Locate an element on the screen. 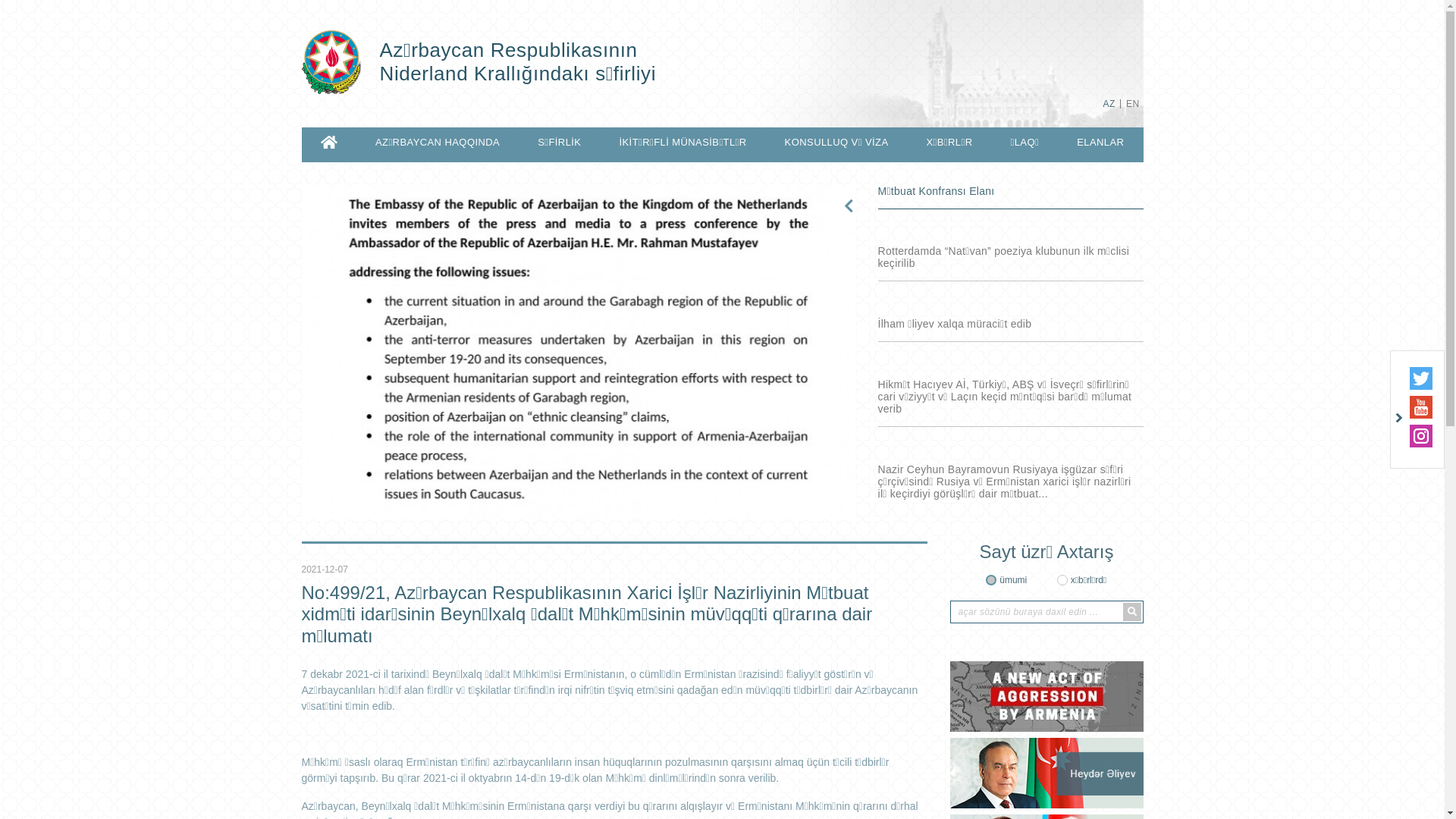 The width and height of the screenshot is (1456, 819). 'ELANLAR' is located at coordinates (1100, 143).